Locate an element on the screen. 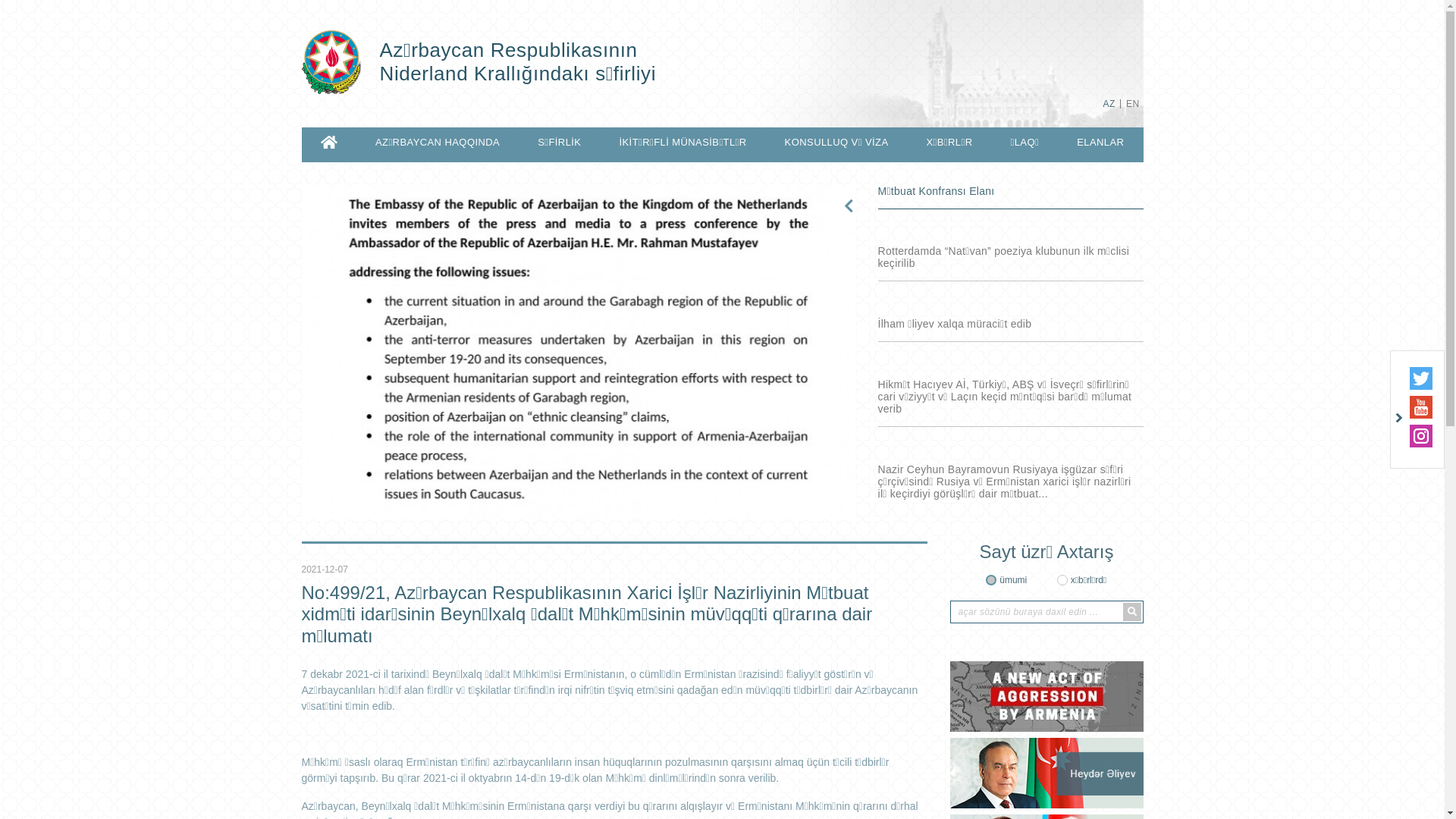 The width and height of the screenshot is (1456, 819). 'ELANLAR' is located at coordinates (1100, 143).